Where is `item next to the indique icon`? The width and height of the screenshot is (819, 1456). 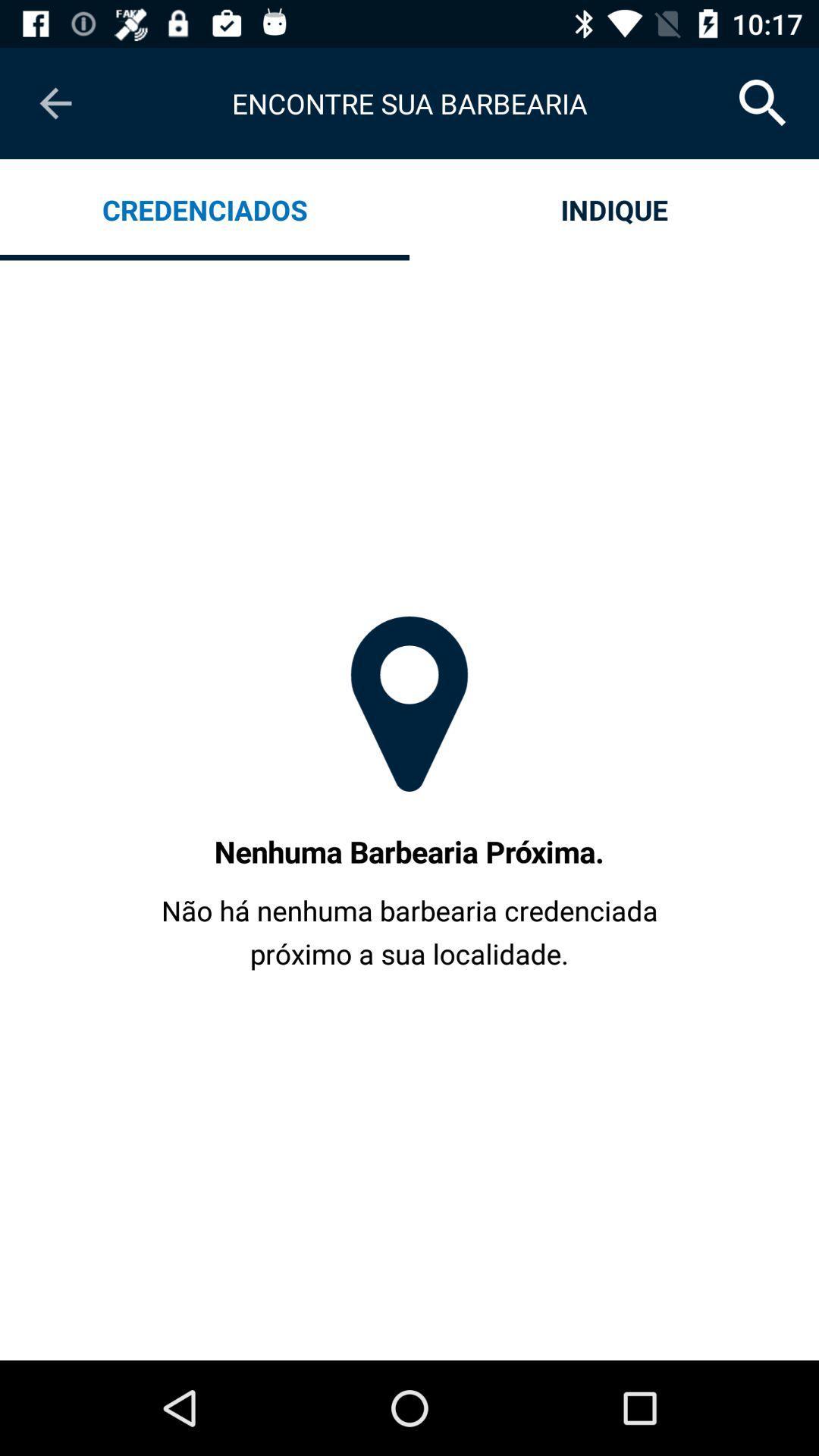
item next to the indique icon is located at coordinates (205, 209).